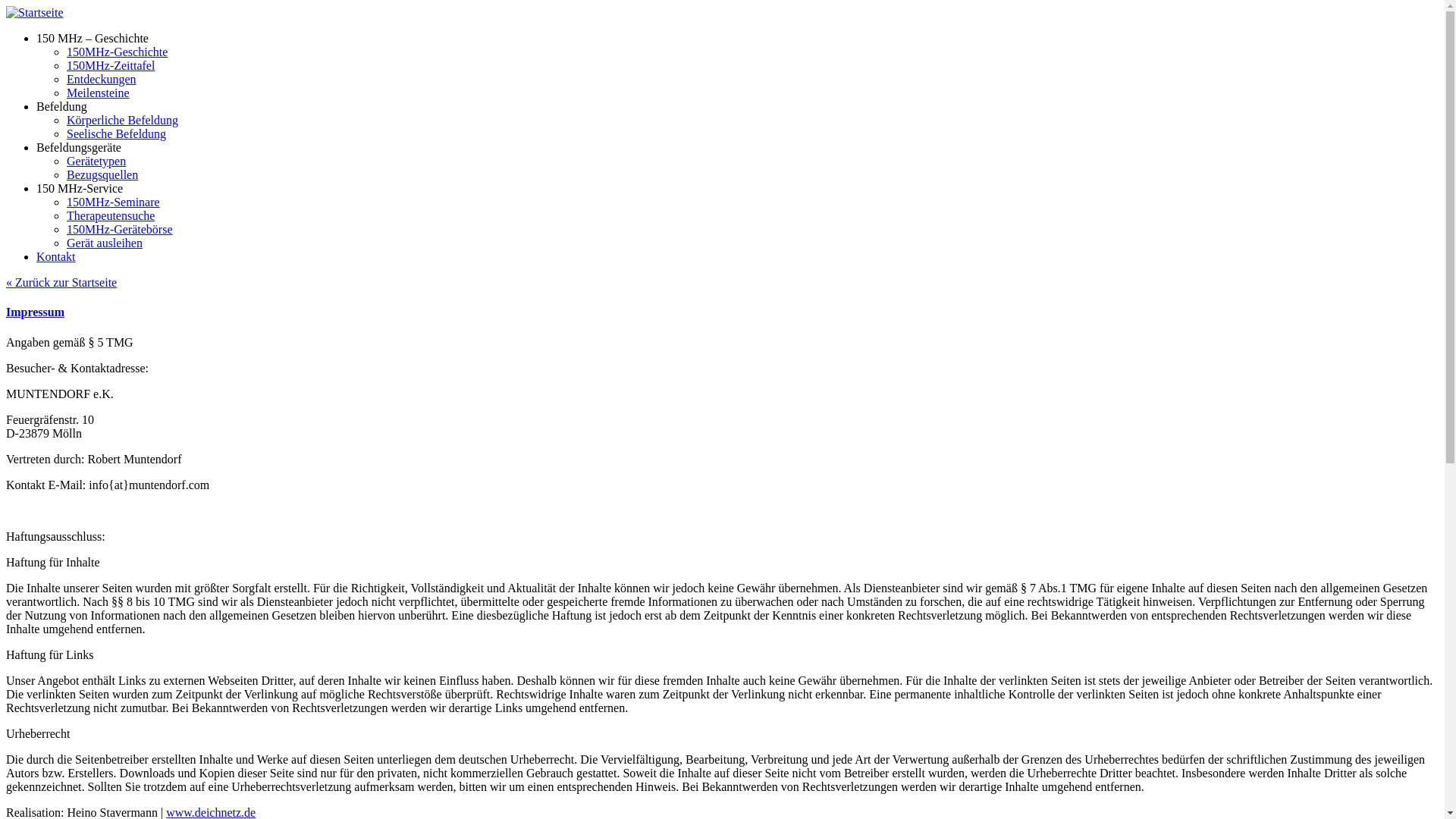 This screenshot has height=819, width=1456. I want to click on 'Entdeckungen', so click(101, 79).